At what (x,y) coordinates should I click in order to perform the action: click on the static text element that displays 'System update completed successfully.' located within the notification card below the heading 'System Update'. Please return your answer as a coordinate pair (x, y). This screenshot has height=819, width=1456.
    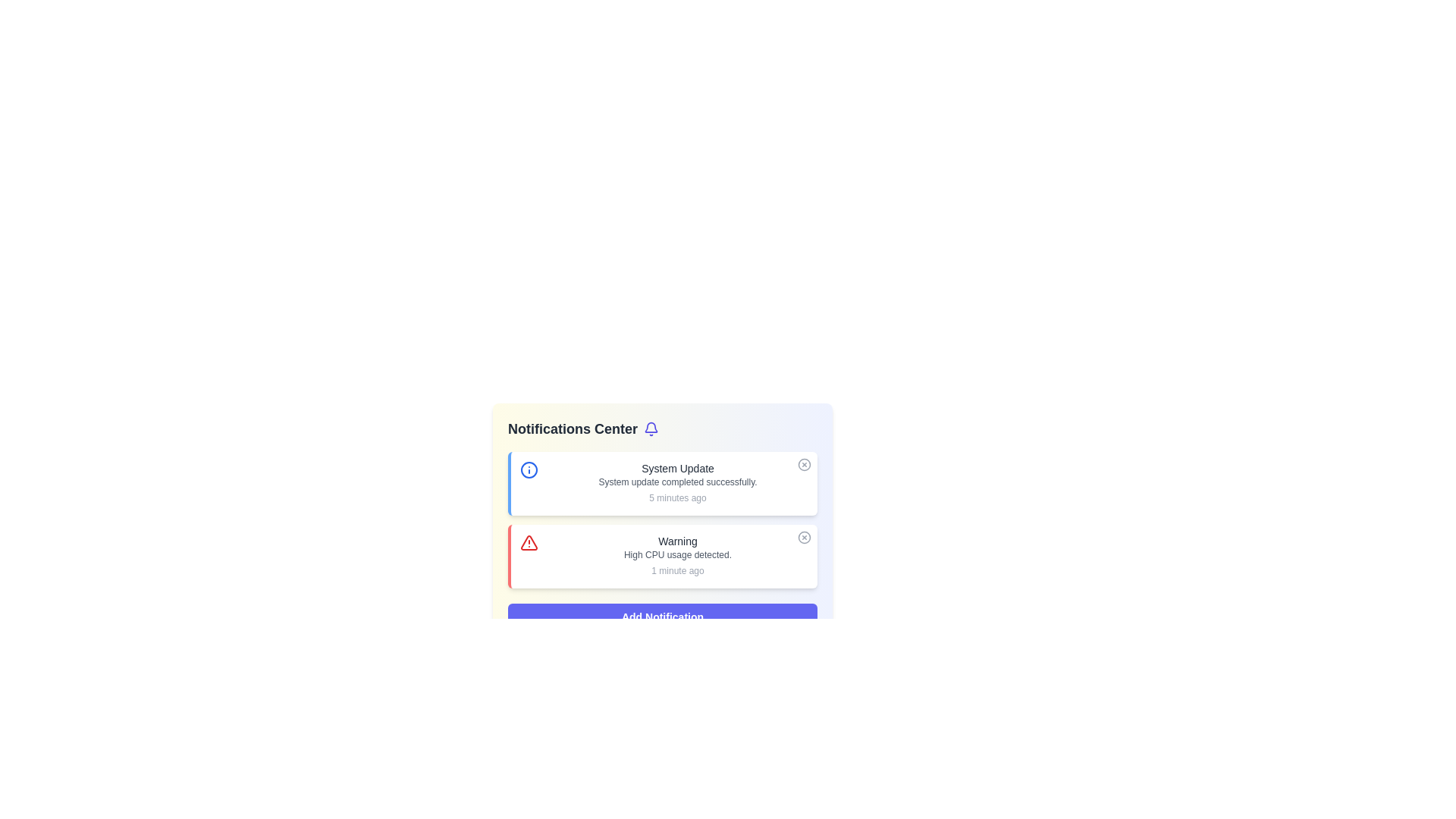
    Looking at the image, I should click on (676, 482).